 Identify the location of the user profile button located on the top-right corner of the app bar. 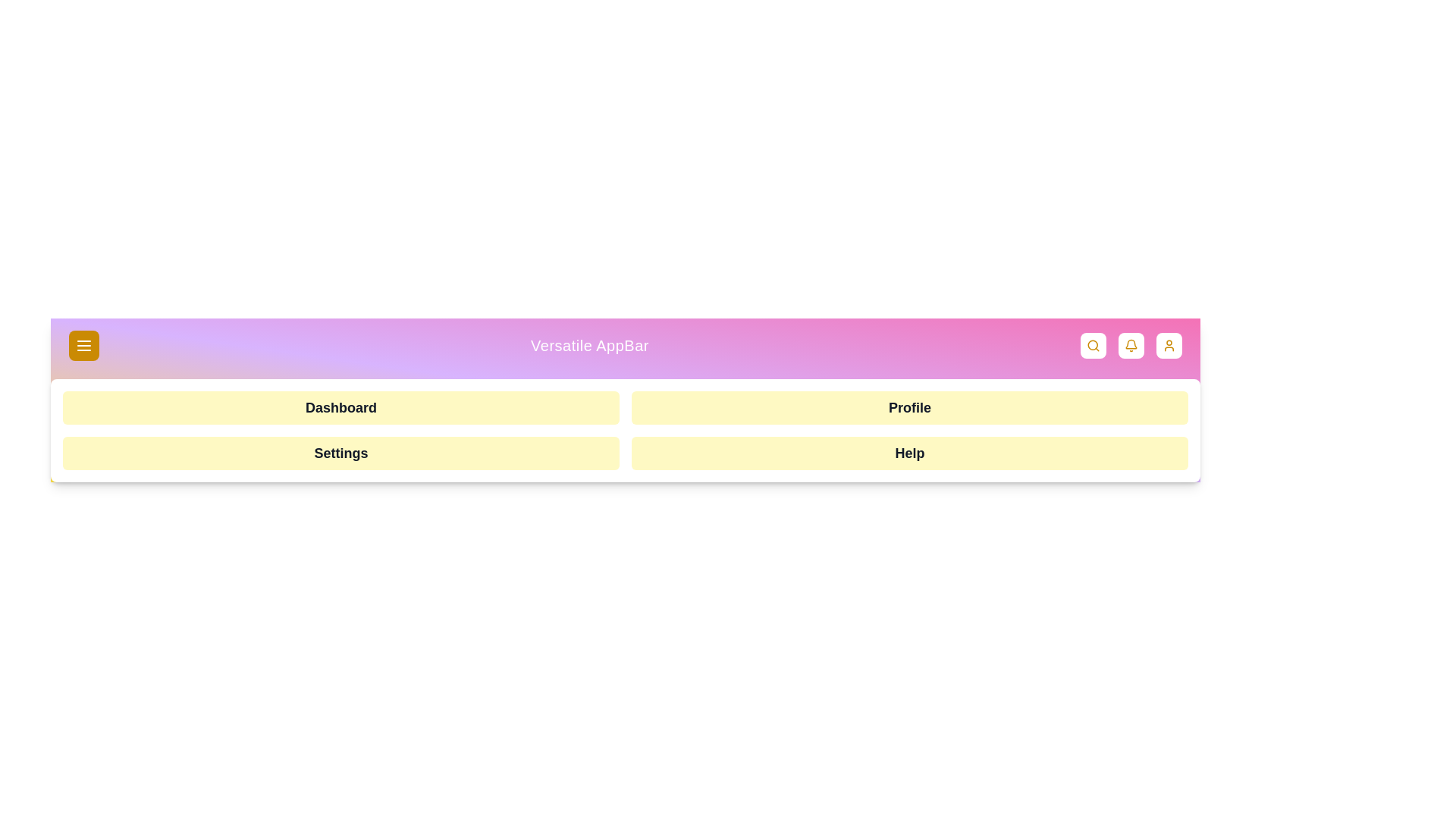
(1168, 345).